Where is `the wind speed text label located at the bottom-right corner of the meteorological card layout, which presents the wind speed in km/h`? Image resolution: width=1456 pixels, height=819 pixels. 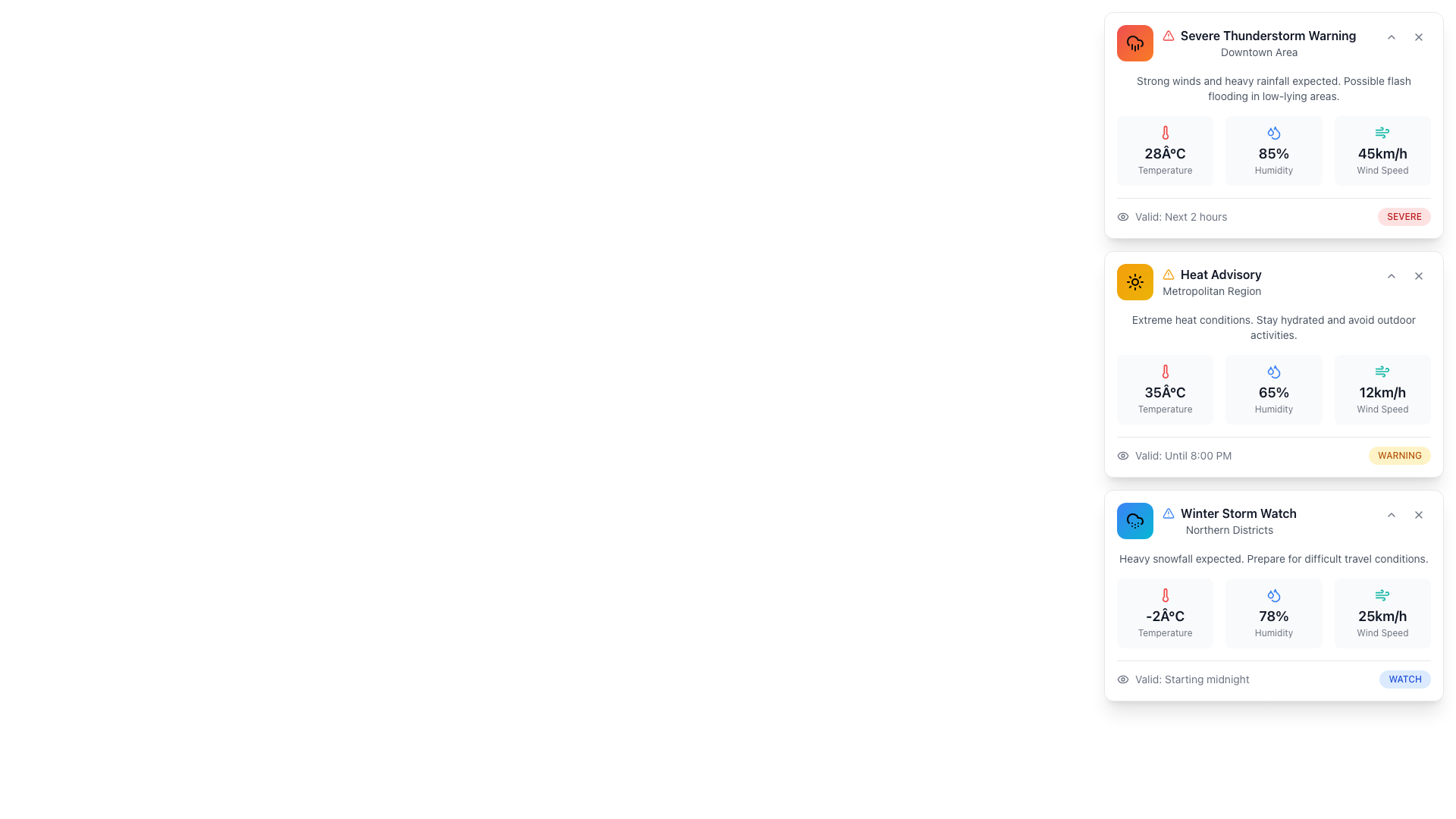 the wind speed text label located at the bottom-right corner of the meteorological card layout, which presents the wind speed in km/h is located at coordinates (1382, 617).